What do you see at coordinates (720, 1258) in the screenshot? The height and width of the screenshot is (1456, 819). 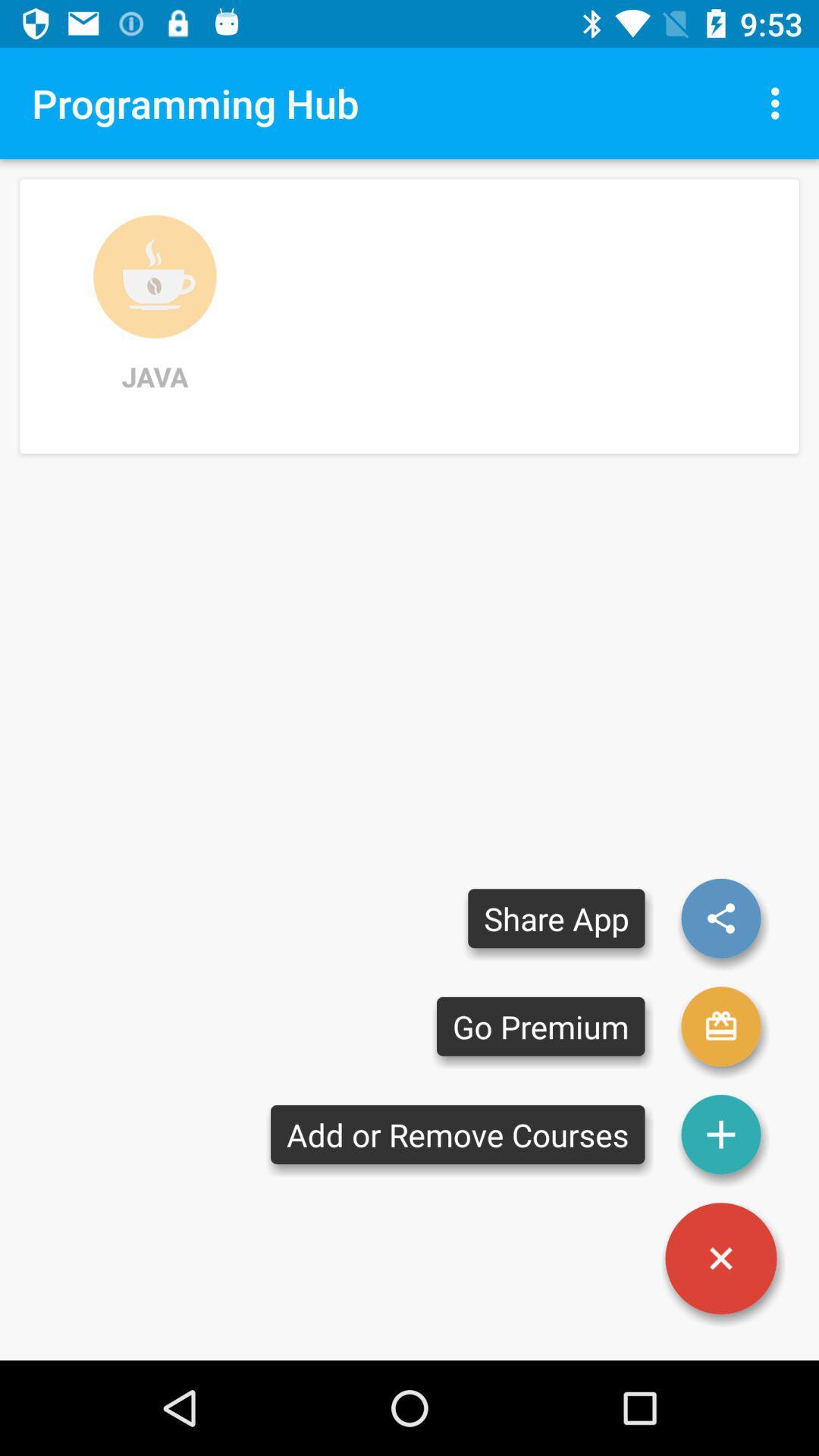 I see `icon to the right of the add or remove icon` at bounding box center [720, 1258].